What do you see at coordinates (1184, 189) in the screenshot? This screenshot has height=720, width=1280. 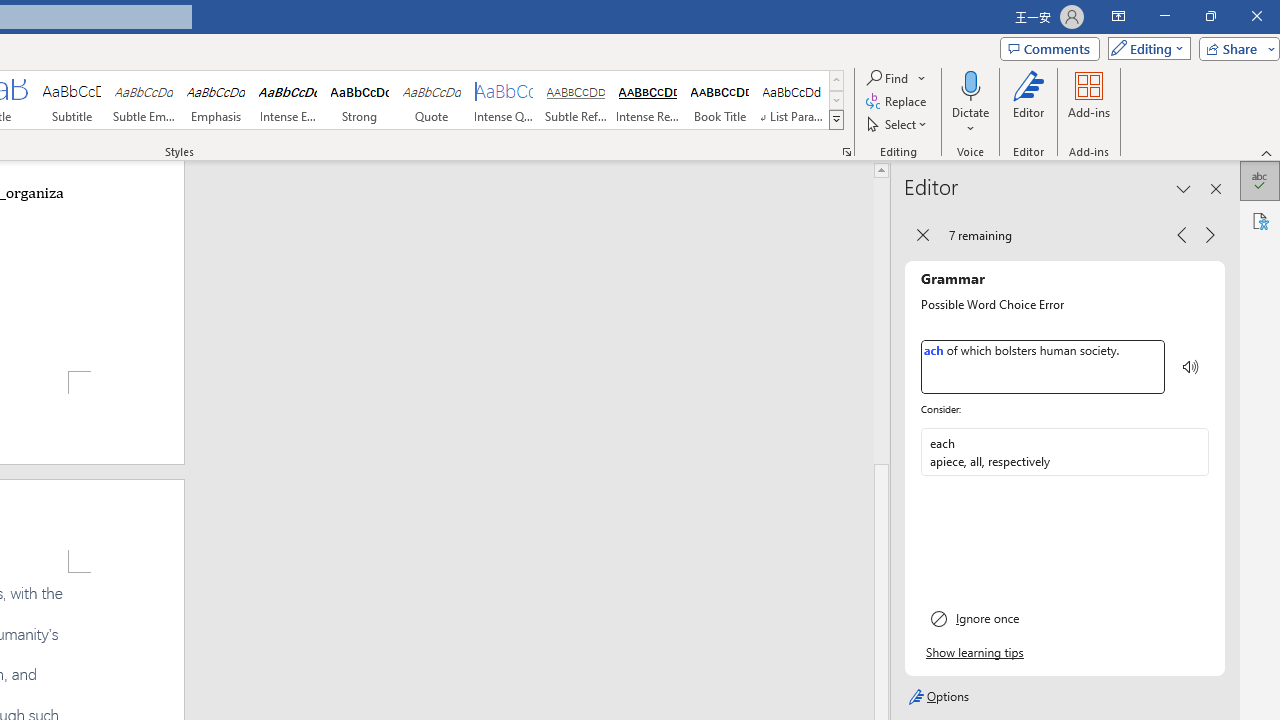 I see `'Task Pane Options'` at bounding box center [1184, 189].